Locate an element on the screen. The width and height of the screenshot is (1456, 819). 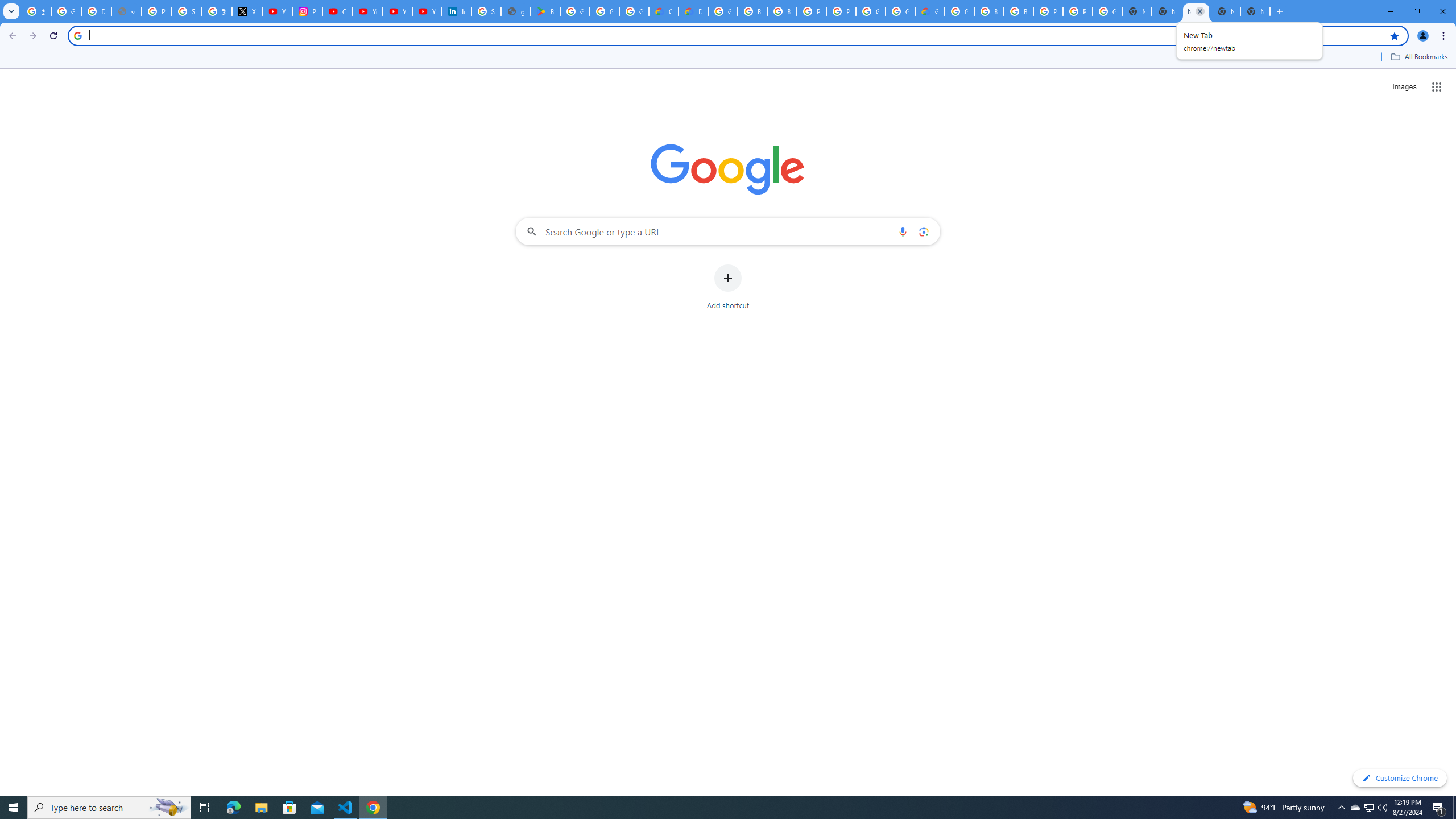
'Google Workspace - Specific Terms' is located at coordinates (633, 11).